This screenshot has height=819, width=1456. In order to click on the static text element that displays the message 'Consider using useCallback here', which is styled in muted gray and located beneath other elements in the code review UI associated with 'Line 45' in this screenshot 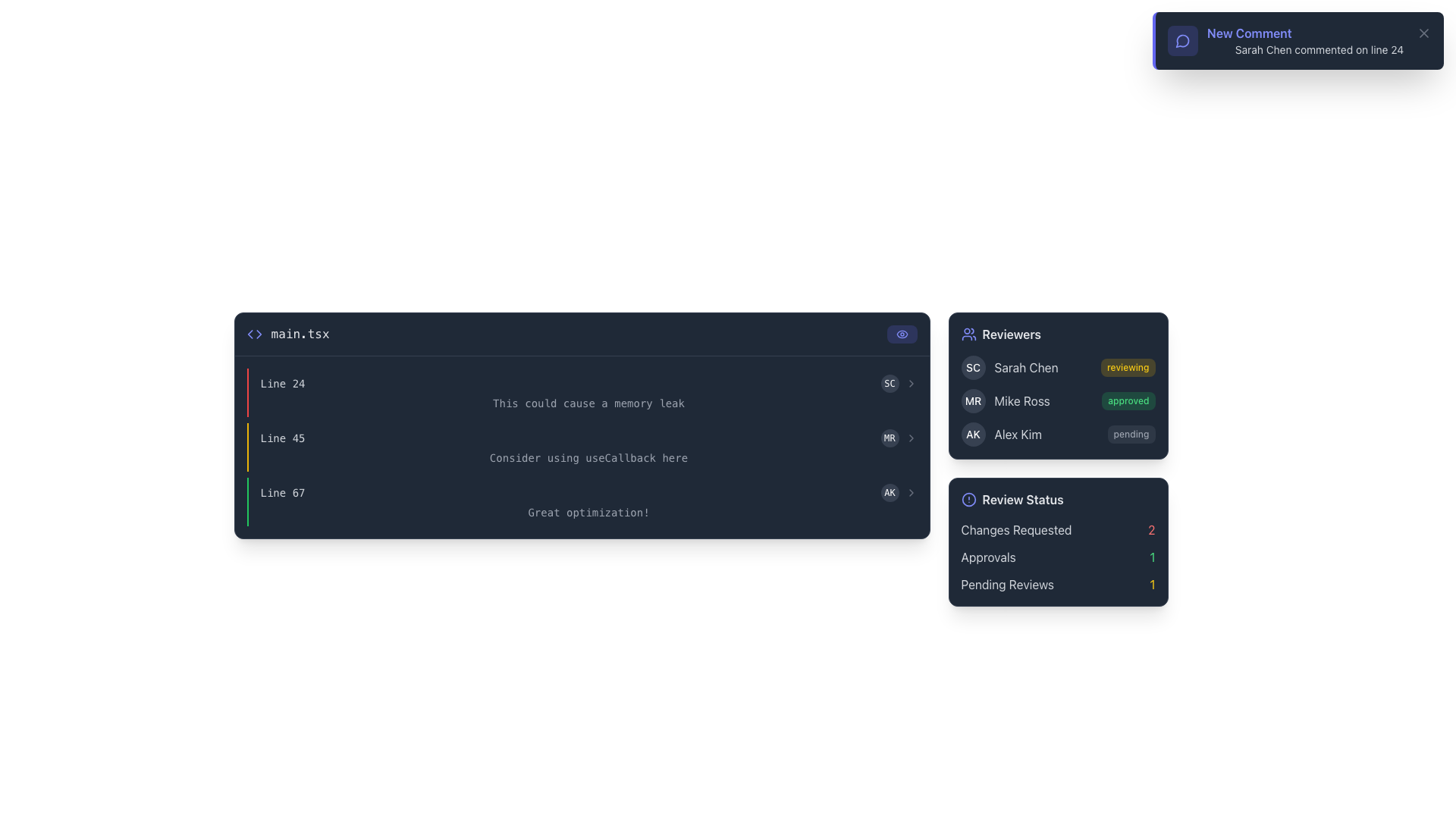, I will do `click(588, 457)`.